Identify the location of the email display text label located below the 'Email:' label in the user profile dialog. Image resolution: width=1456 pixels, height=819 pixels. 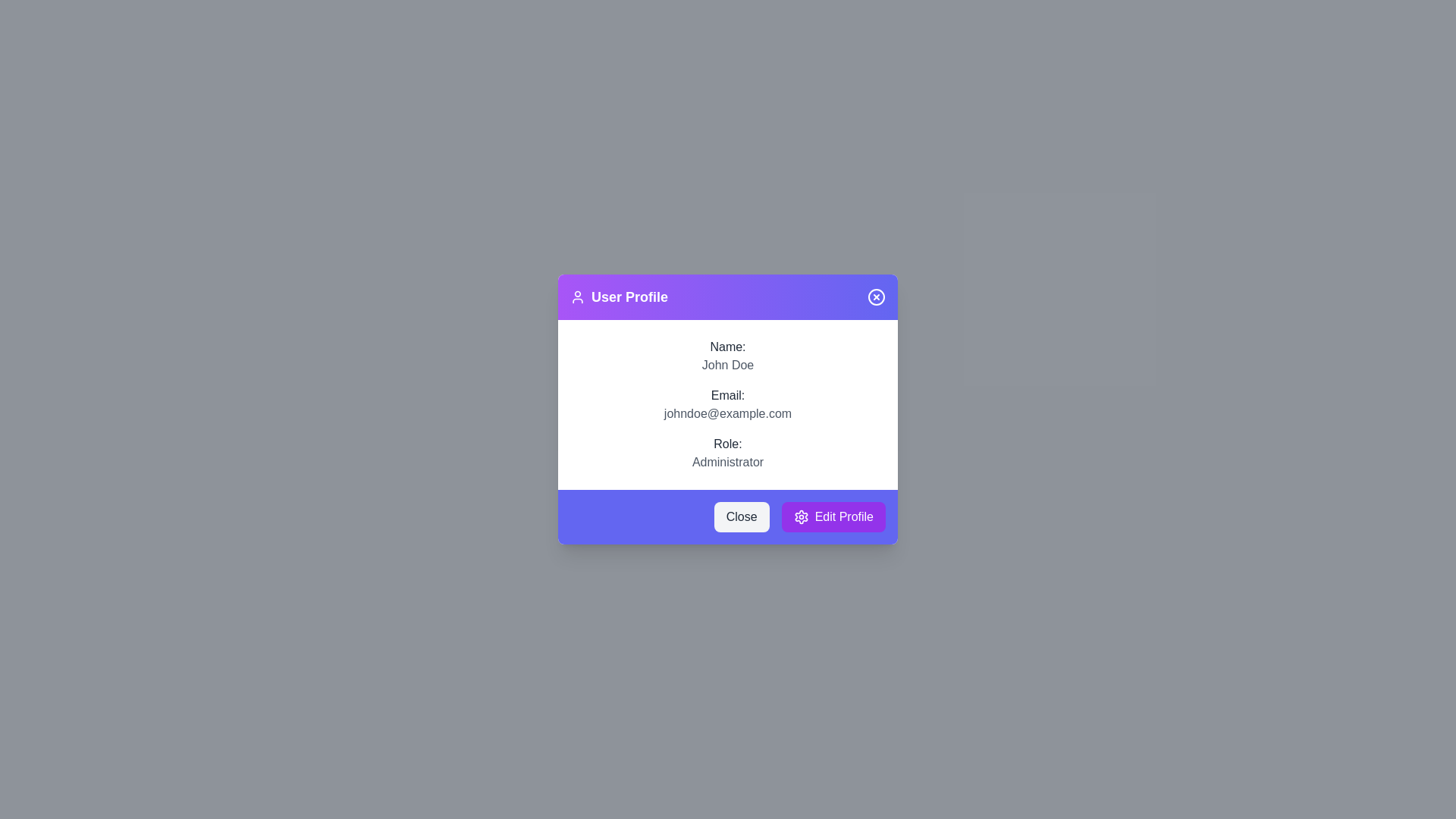
(728, 414).